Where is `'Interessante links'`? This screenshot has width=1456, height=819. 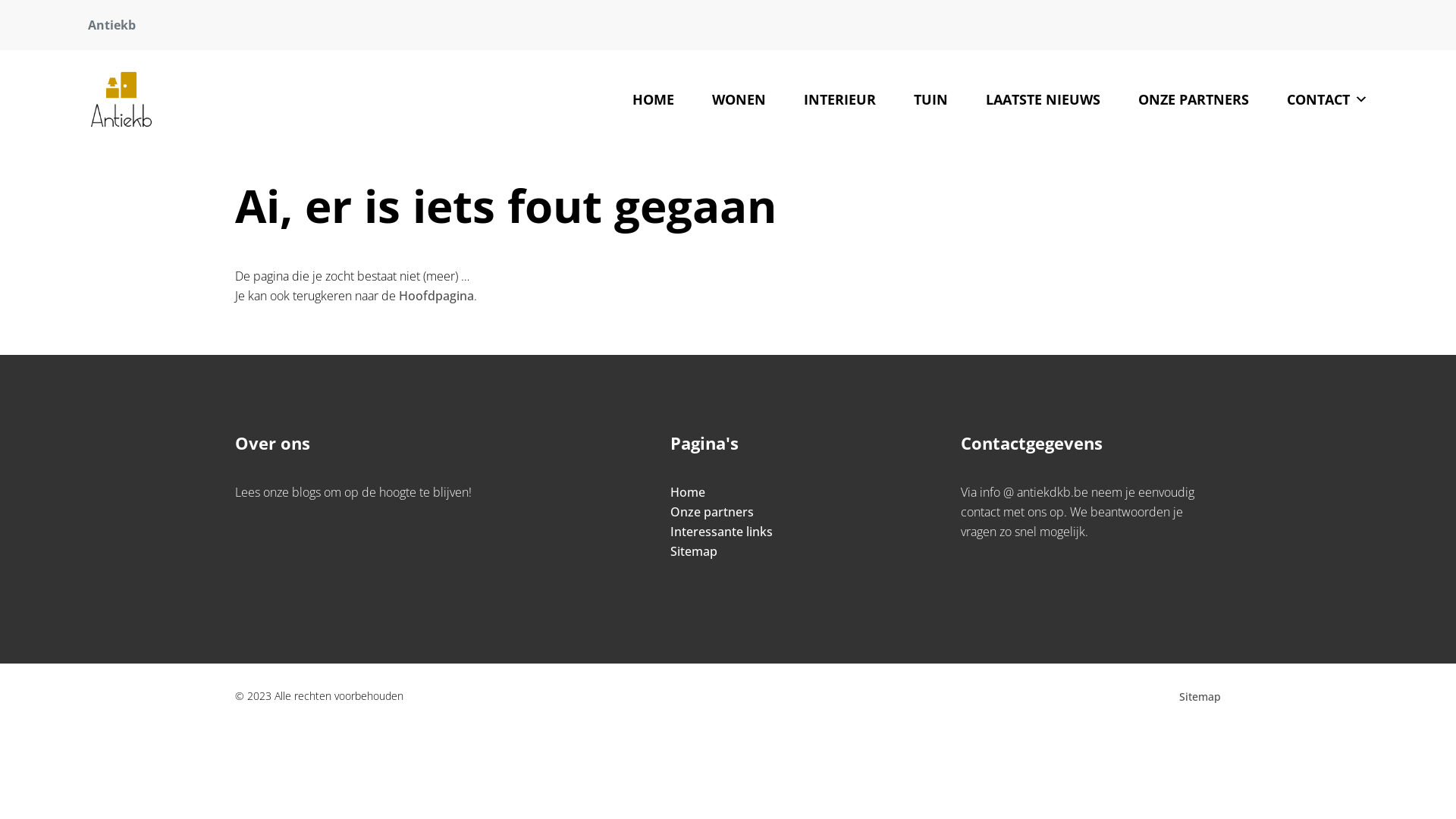
'Interessante links' is located at coordinates (720, 531).